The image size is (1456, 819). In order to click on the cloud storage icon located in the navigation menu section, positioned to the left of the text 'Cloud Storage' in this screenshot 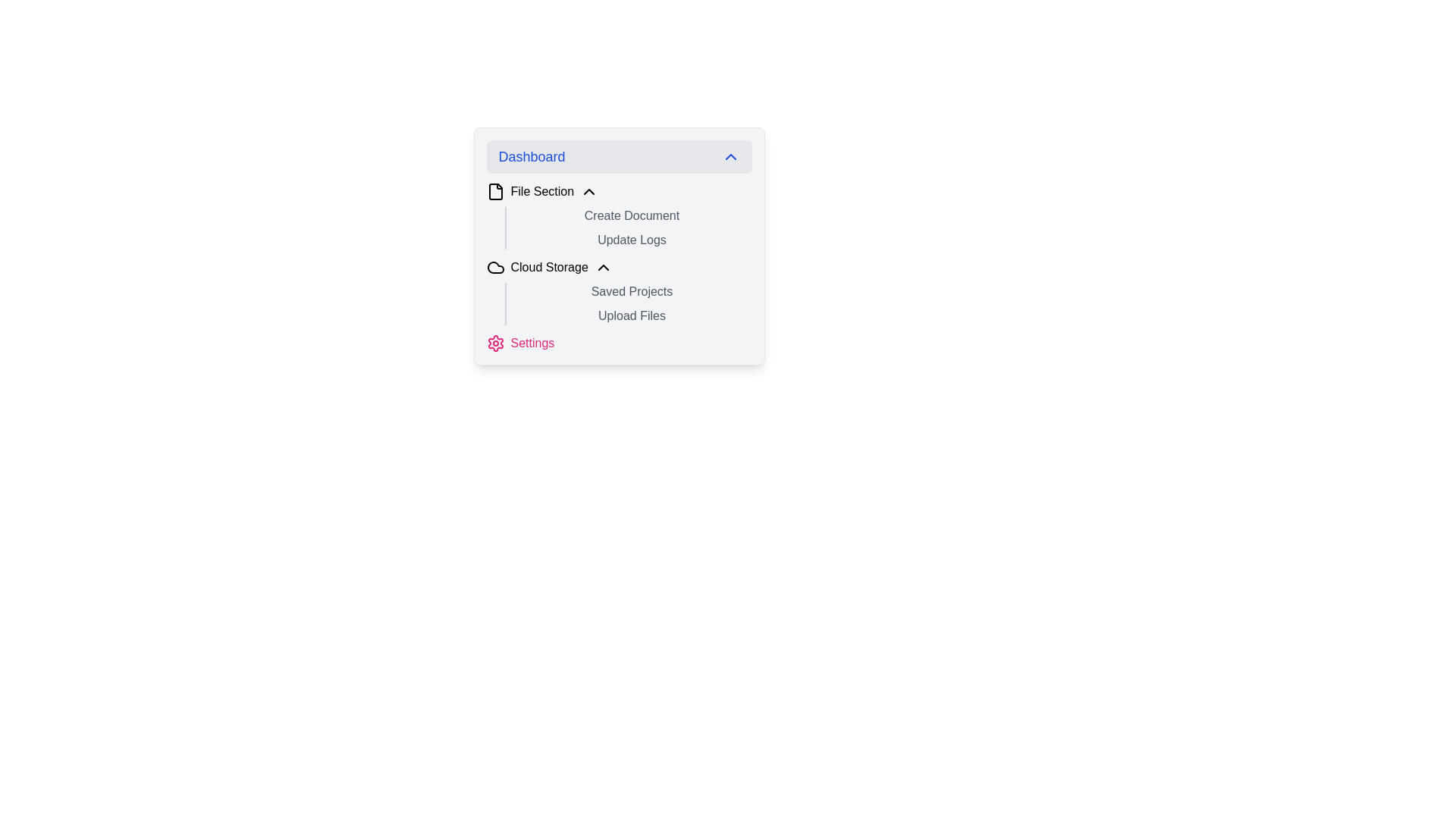, I will do `click(495, 267)`.